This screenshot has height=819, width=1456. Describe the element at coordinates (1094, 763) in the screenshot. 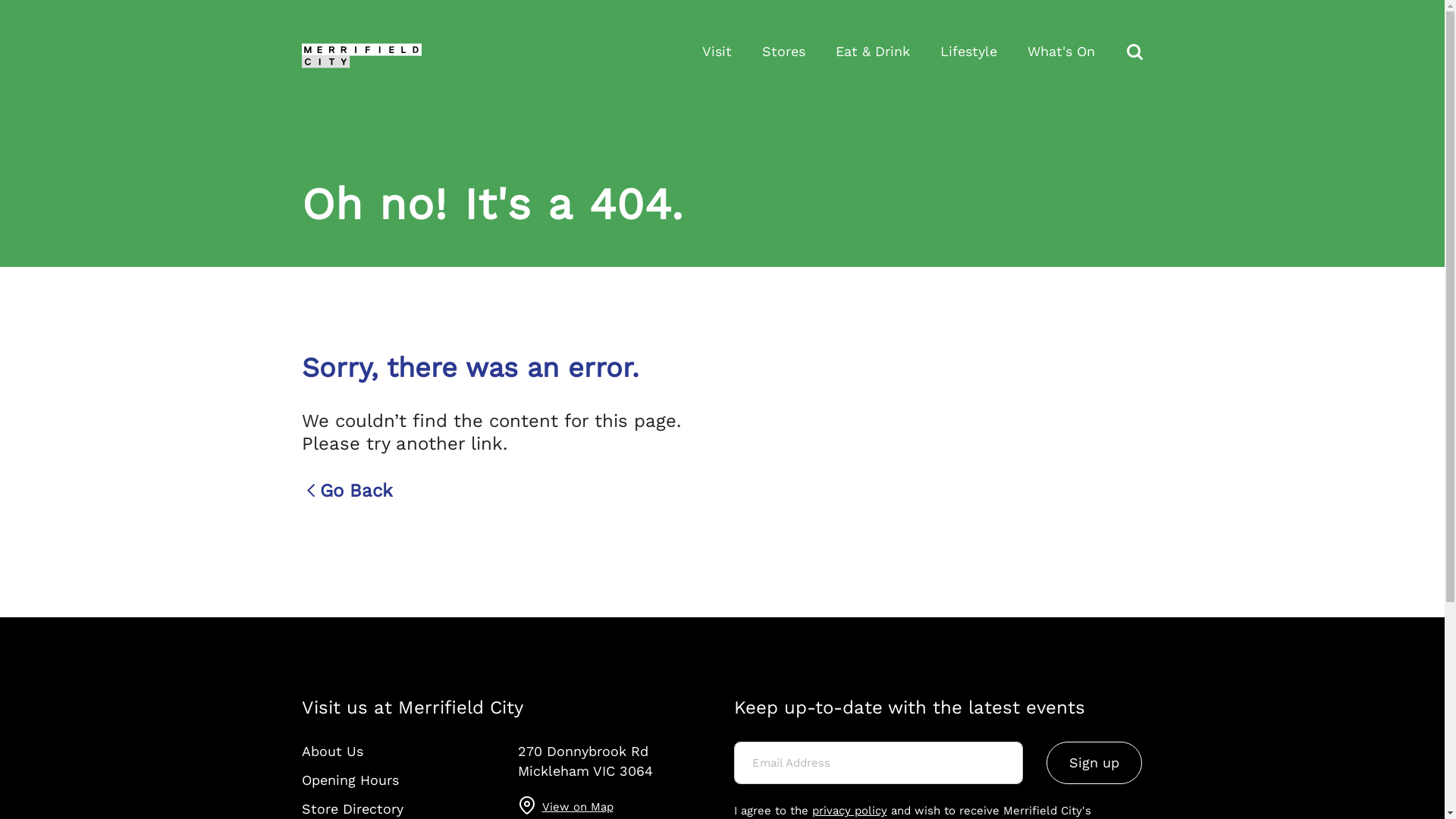

I see `'Sign up'` at that location.